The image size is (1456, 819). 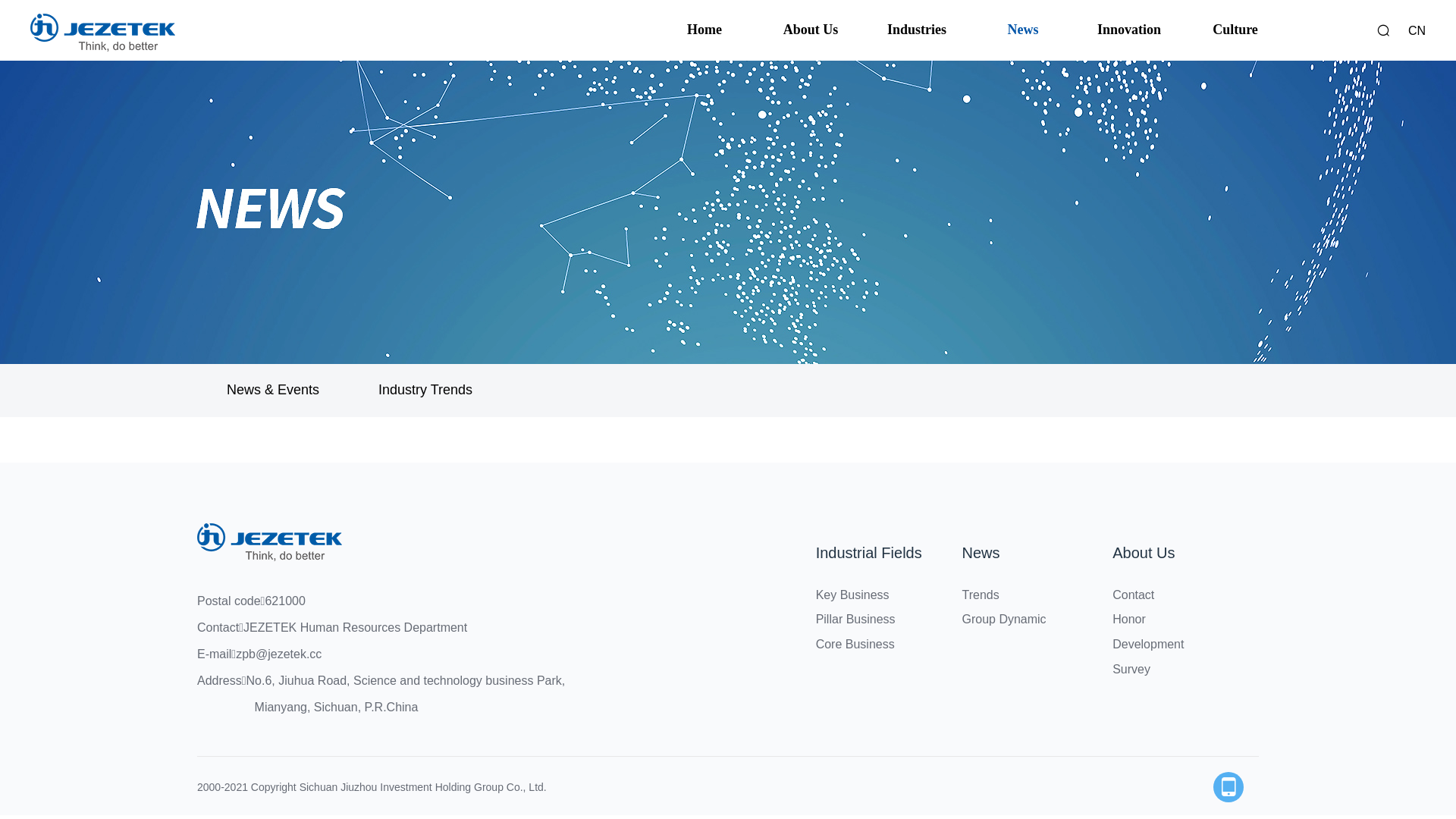 I want to click on 'Honor', so click(x=1128, y=619).